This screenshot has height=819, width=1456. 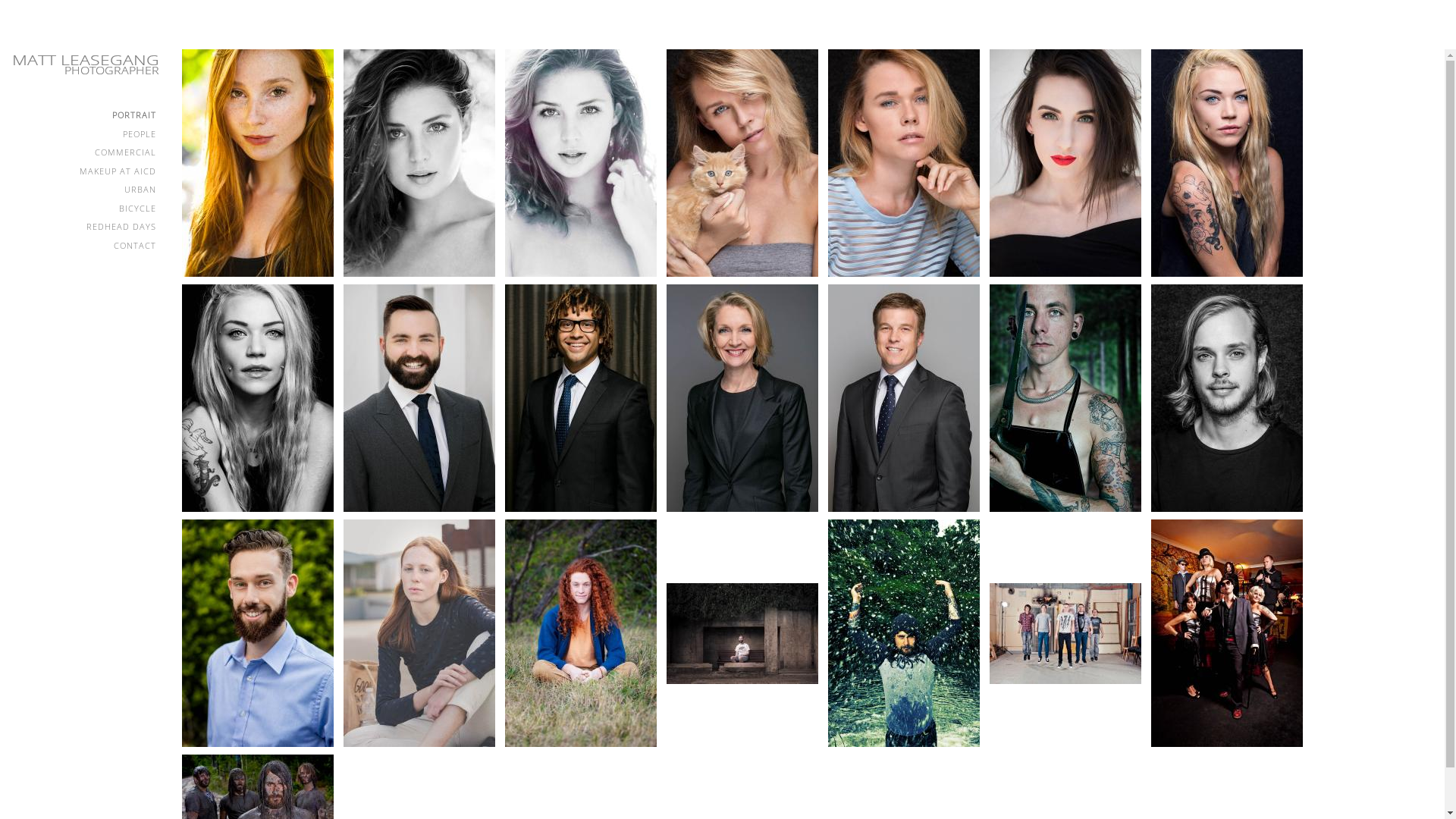 What do you see at coordinates (83, 209) in the screenshot?
I see `'BICYCLE'` at bounding box center [83, 209].